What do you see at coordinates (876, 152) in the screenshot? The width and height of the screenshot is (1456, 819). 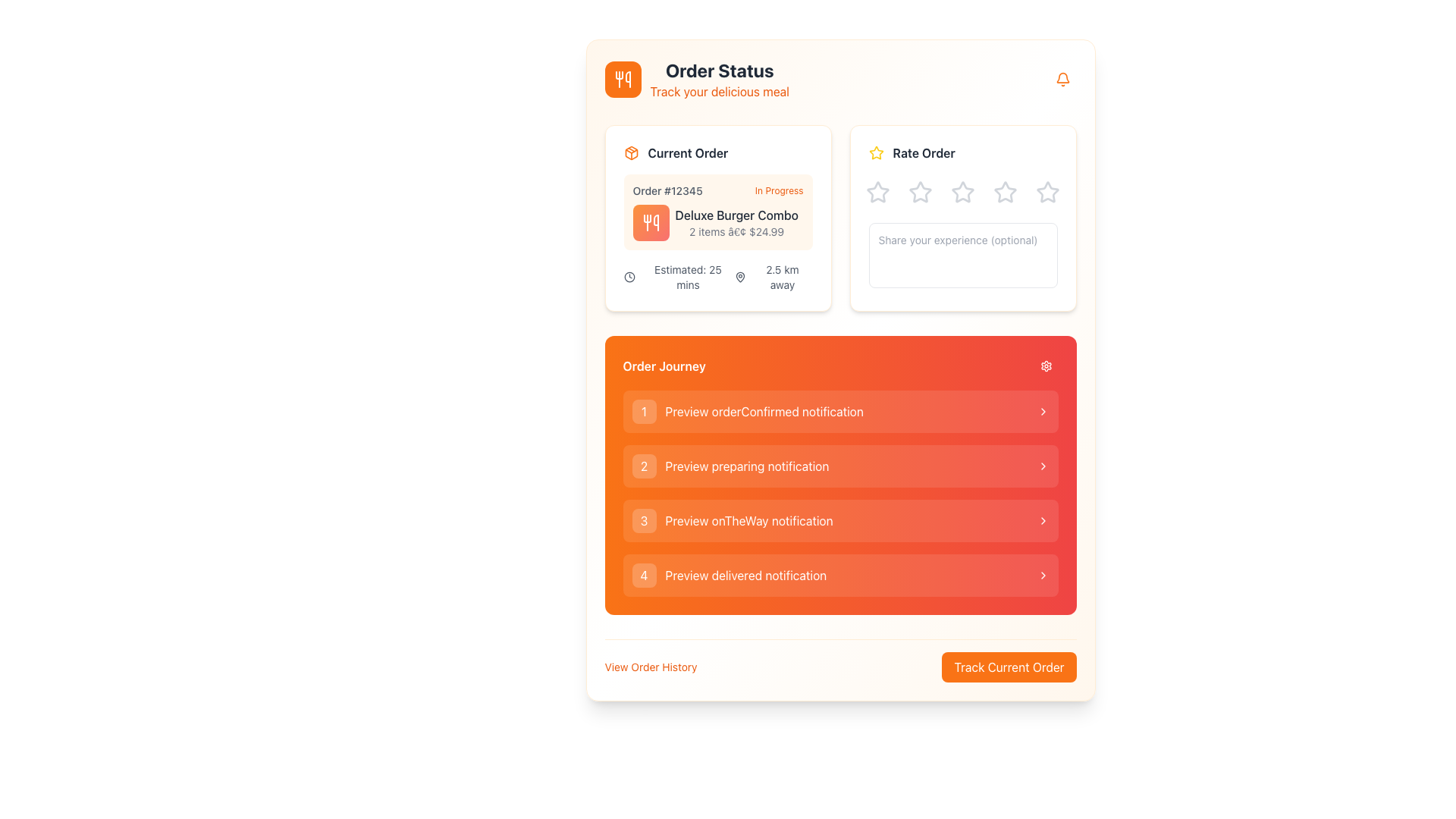 I see `the first yellow star-shaped rating icon in the 'Rate Order' section located in the upper-right pane of the interface` at bounding box center [876, 152].